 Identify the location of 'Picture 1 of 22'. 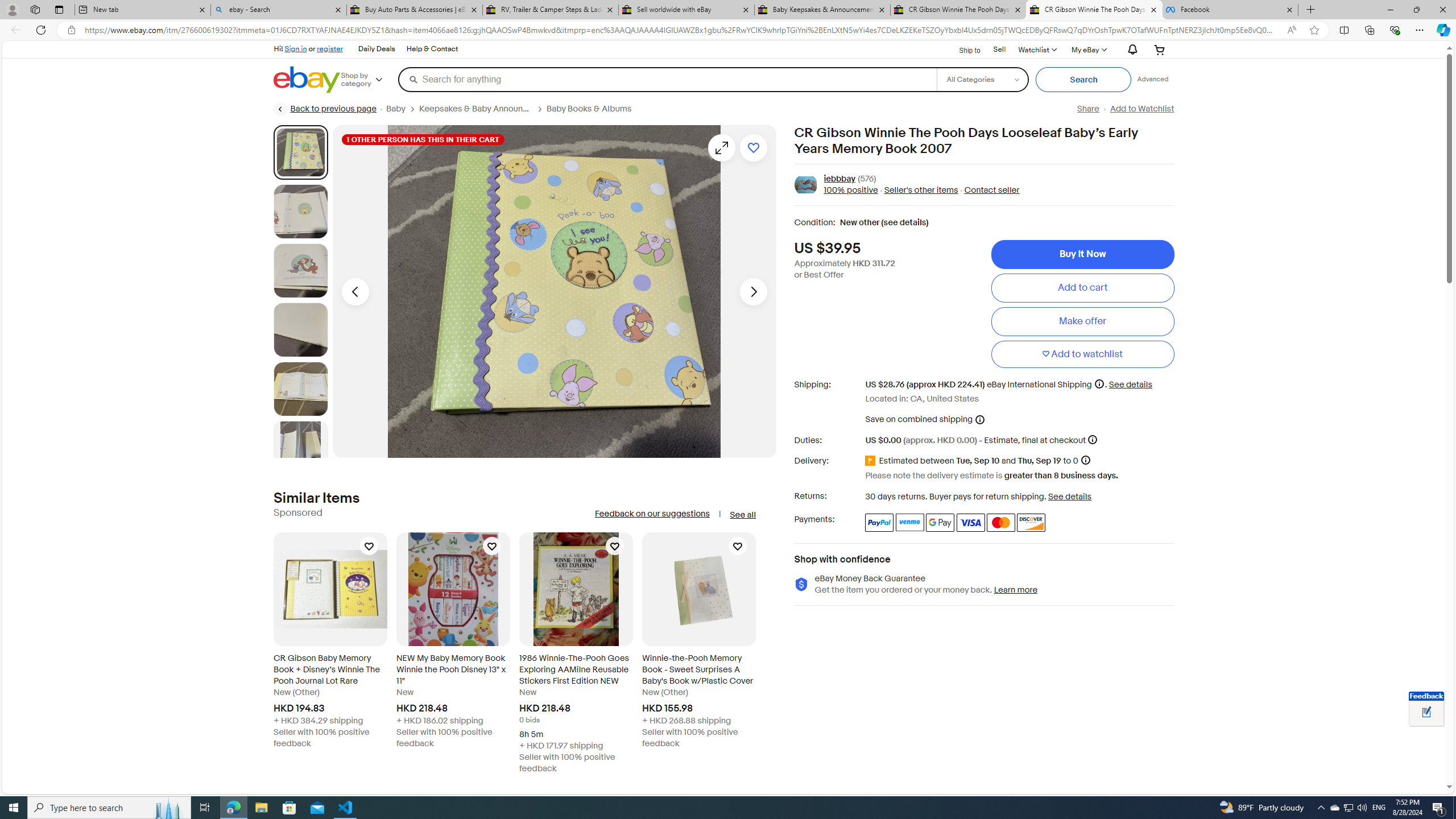
(300, 152).